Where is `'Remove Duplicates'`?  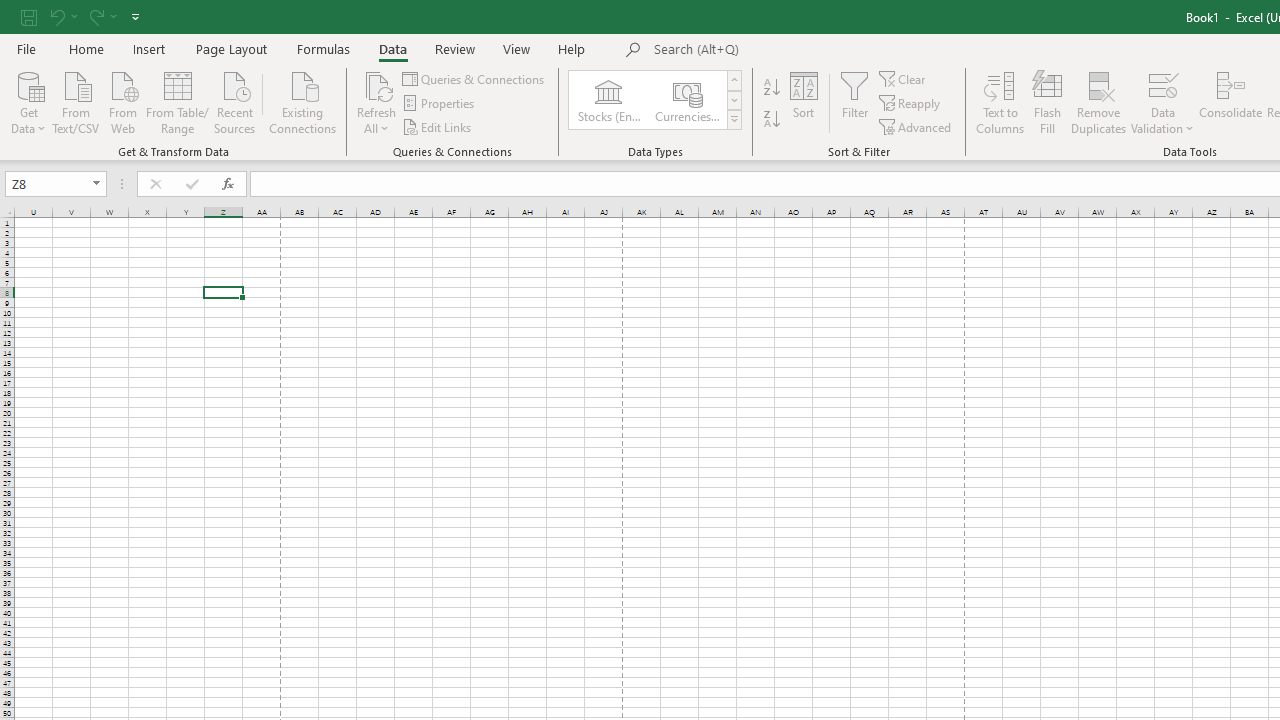
'Remove Duplicates' is located at coordinates (1097, 103).